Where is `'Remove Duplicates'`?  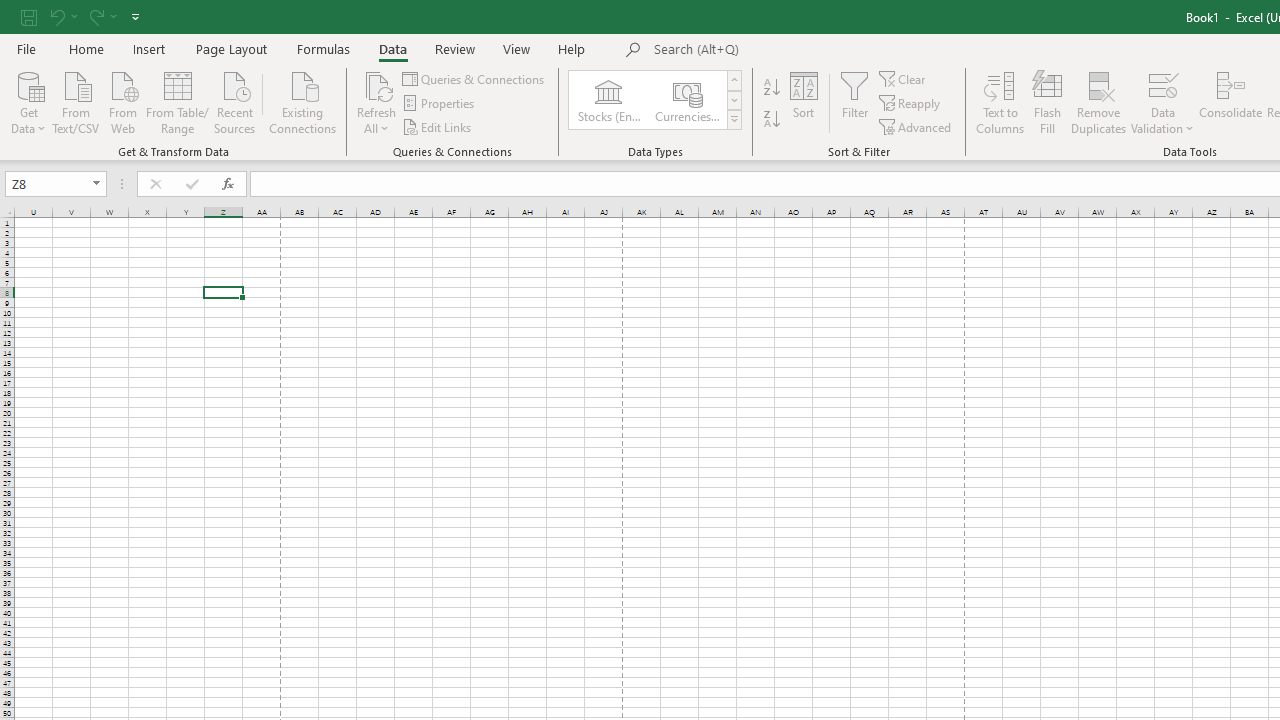
'Remove Duplicates' is located at coordinates (1097, 103).